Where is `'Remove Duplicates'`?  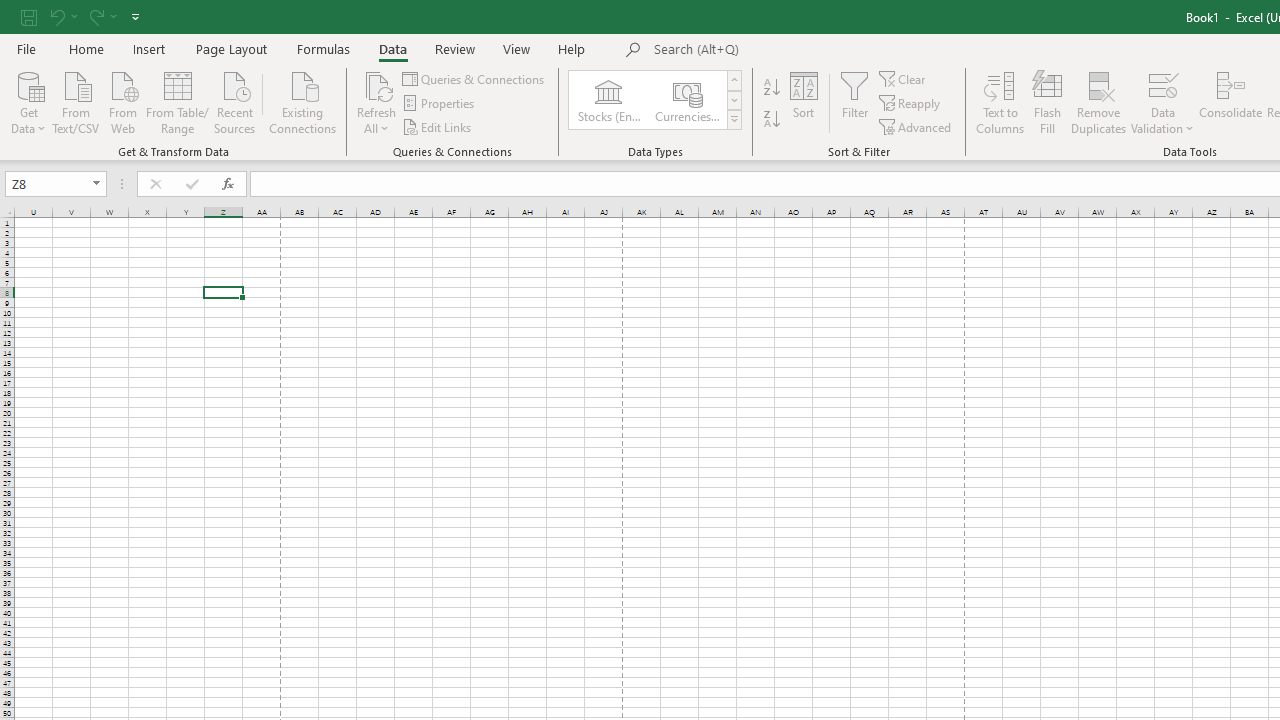
'Remove Duplicates' is located at coordinates (1097, 103).